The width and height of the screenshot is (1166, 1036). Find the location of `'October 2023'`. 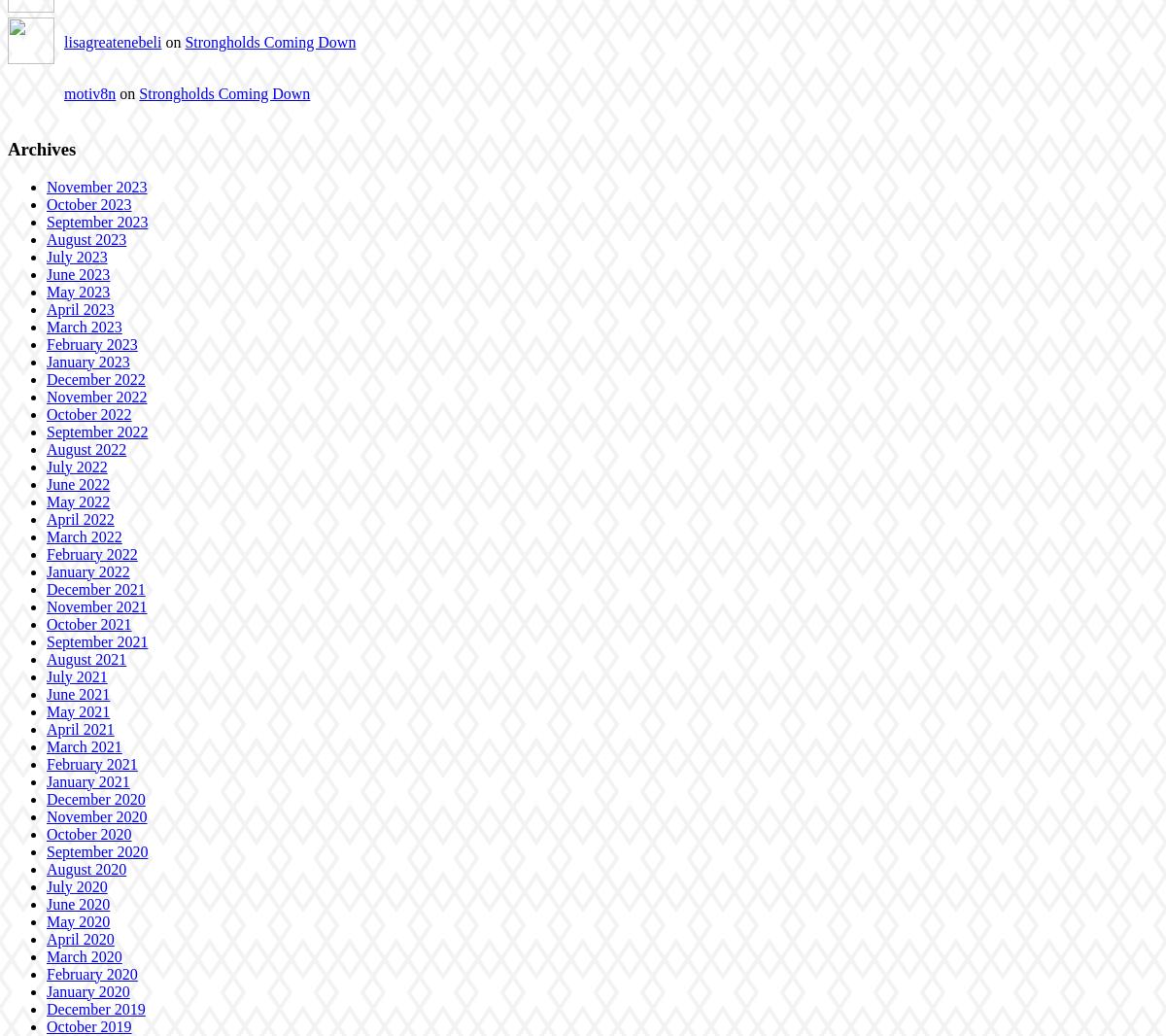

'October 2023' is located at coordinates (88, 202).